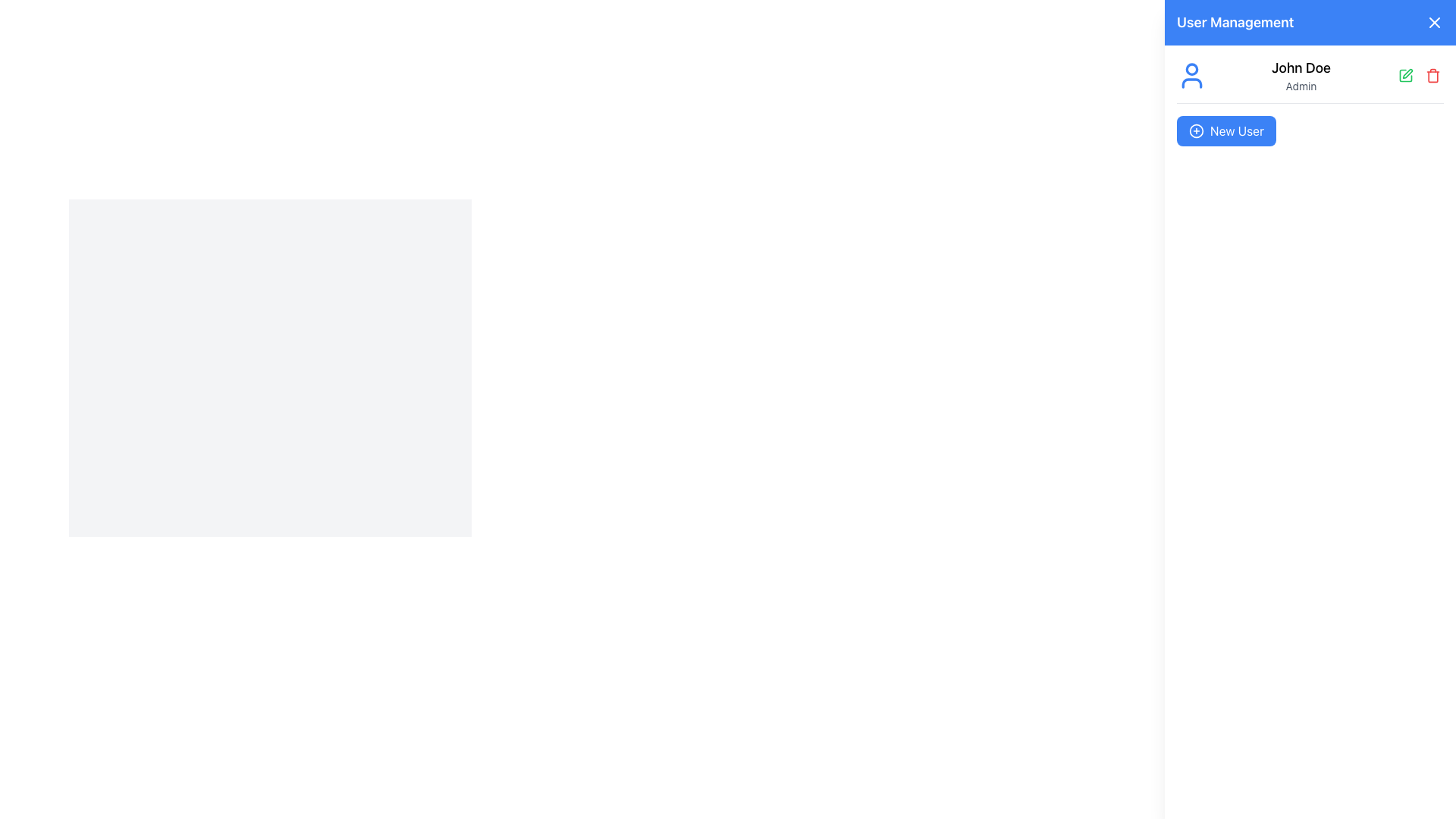 This screenshot has height=819, width=1456. I want to click on the edit button for user 'John Doe', so click(1404, 76).